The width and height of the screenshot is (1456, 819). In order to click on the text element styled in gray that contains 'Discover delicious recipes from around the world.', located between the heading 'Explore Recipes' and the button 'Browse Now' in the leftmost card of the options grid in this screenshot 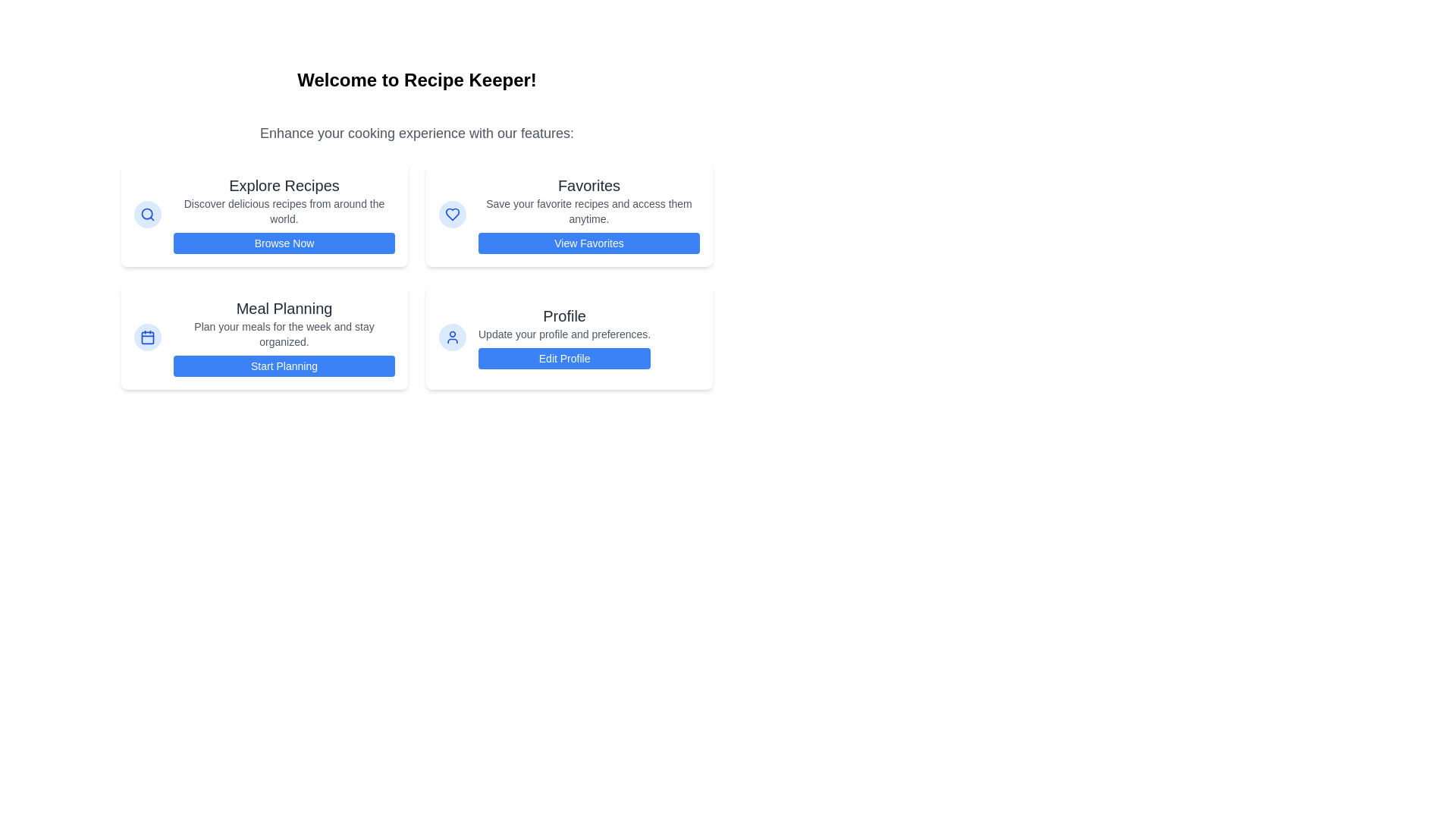, I will do `click(284, 211)`.